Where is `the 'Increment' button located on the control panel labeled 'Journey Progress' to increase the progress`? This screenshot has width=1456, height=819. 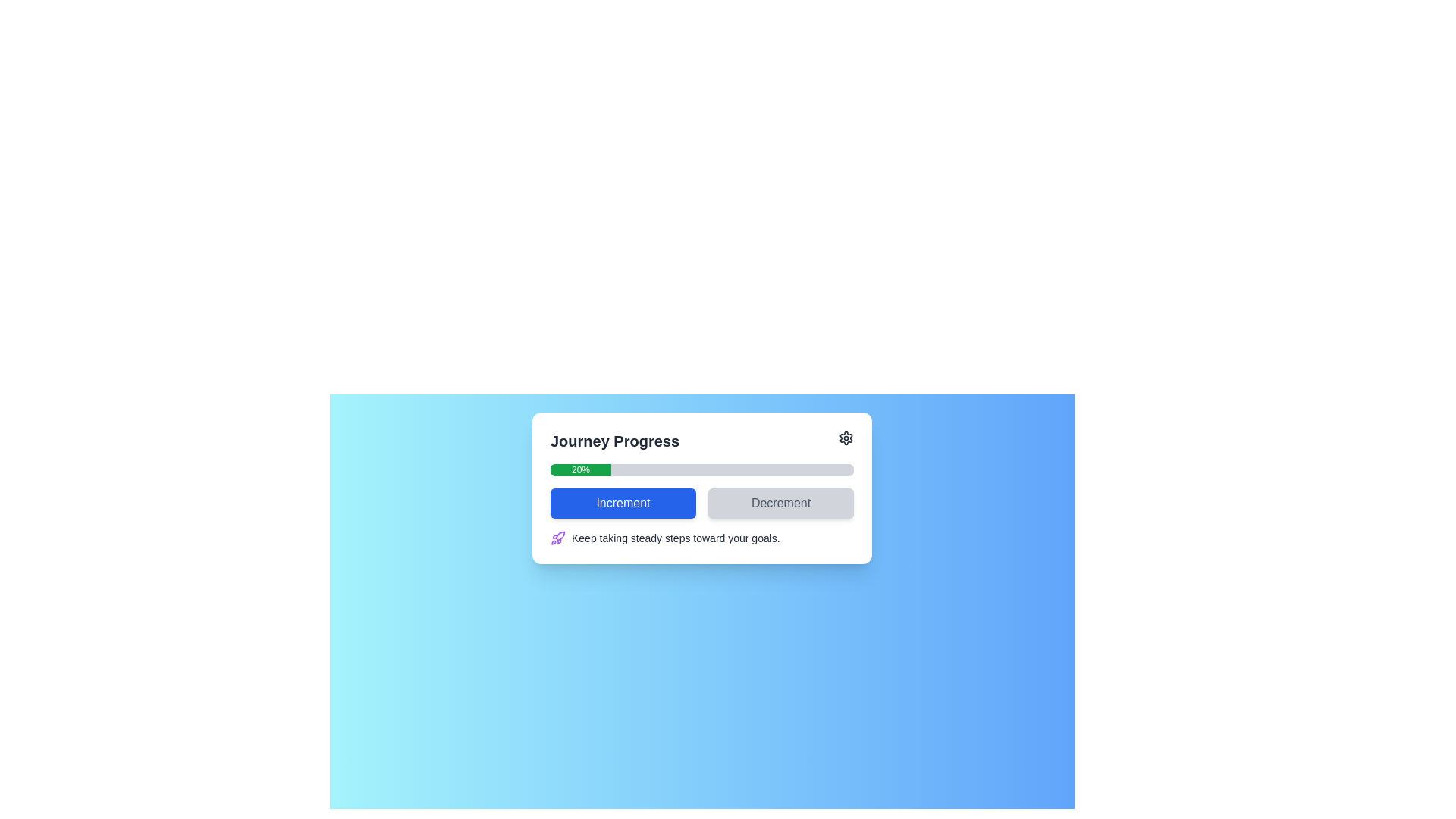 the 'Increment' button located on the control panel labeled 'Journey Progress' to increase the progress is located at coordinates (701, 488).